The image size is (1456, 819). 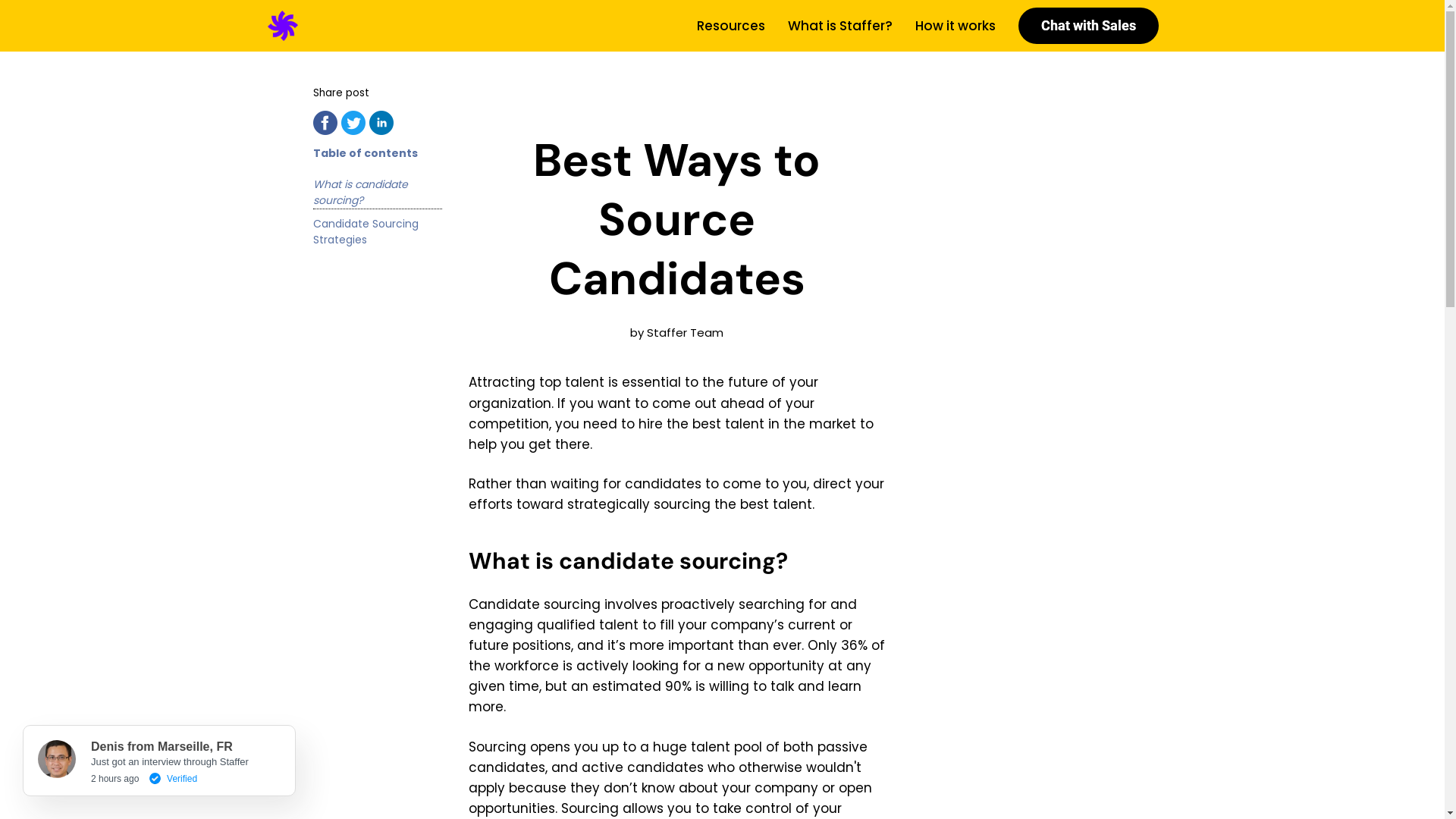 I want to click on 'Resources', so click(x=730, y=26).